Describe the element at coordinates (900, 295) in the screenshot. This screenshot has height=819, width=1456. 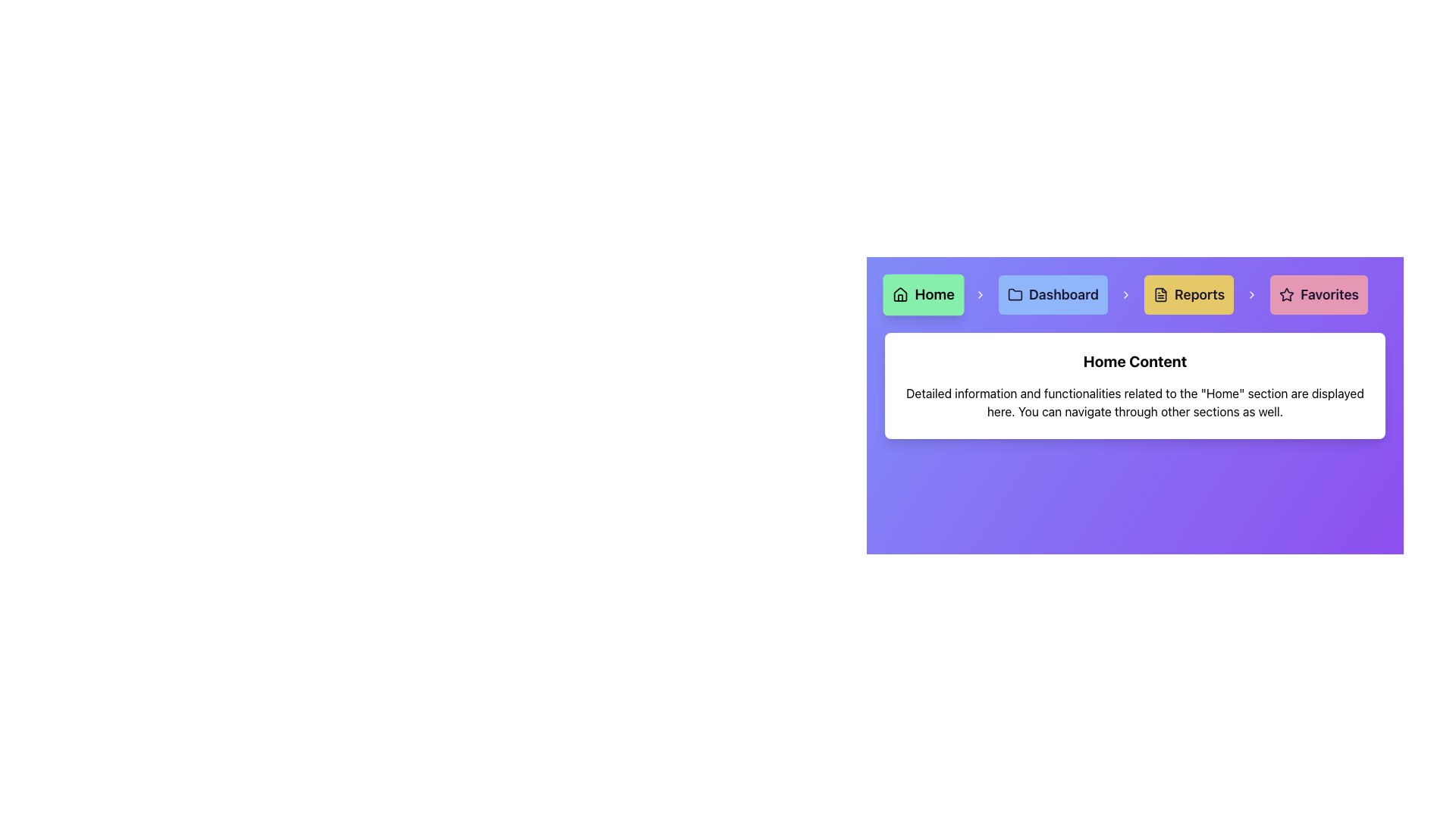
I see `the small house icon located inside the green rectangular button labeled 'Home' in the top center navigation menu` at that location.